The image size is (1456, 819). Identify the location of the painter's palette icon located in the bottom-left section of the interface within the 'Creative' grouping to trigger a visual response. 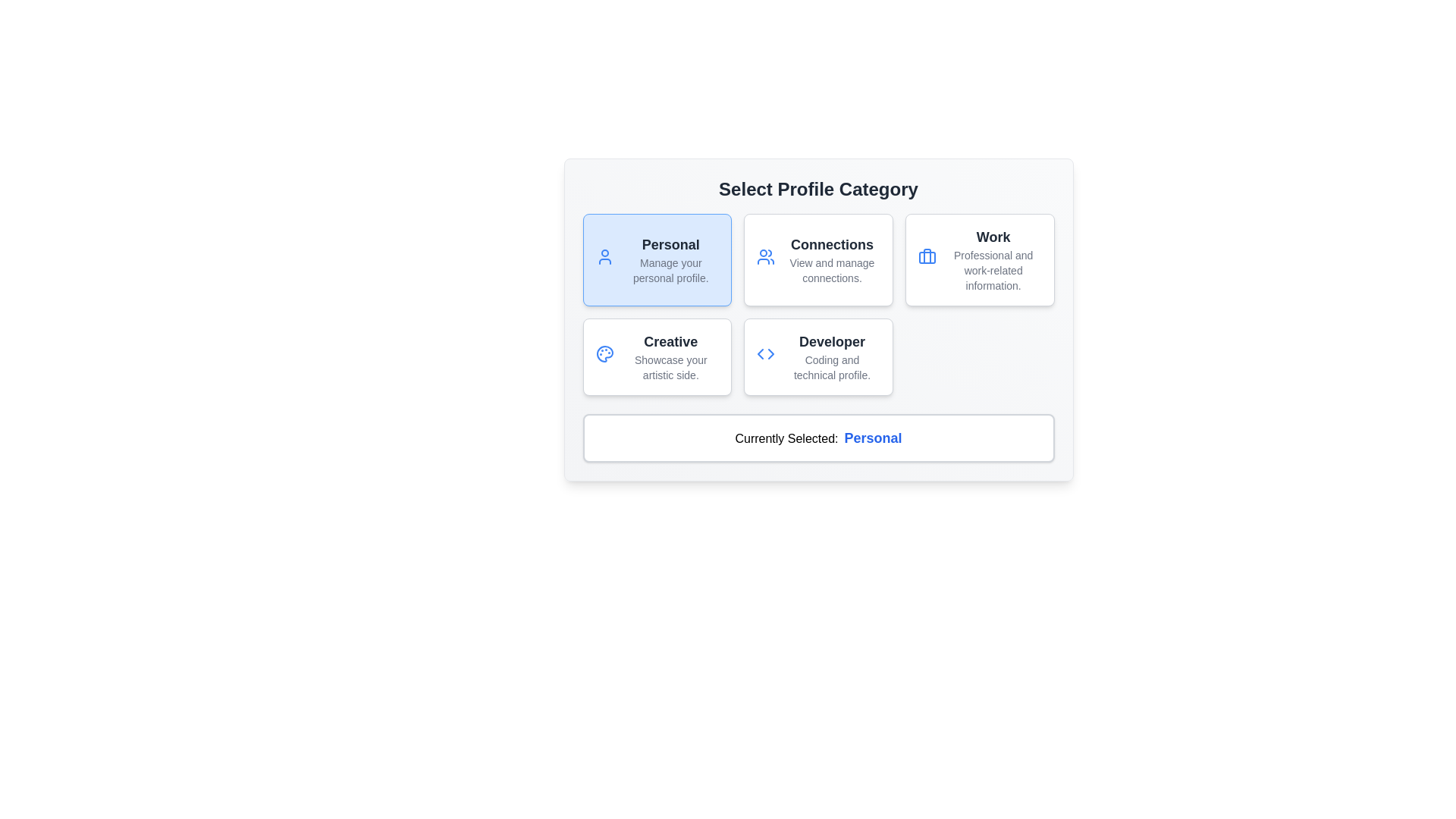
(604, 353).